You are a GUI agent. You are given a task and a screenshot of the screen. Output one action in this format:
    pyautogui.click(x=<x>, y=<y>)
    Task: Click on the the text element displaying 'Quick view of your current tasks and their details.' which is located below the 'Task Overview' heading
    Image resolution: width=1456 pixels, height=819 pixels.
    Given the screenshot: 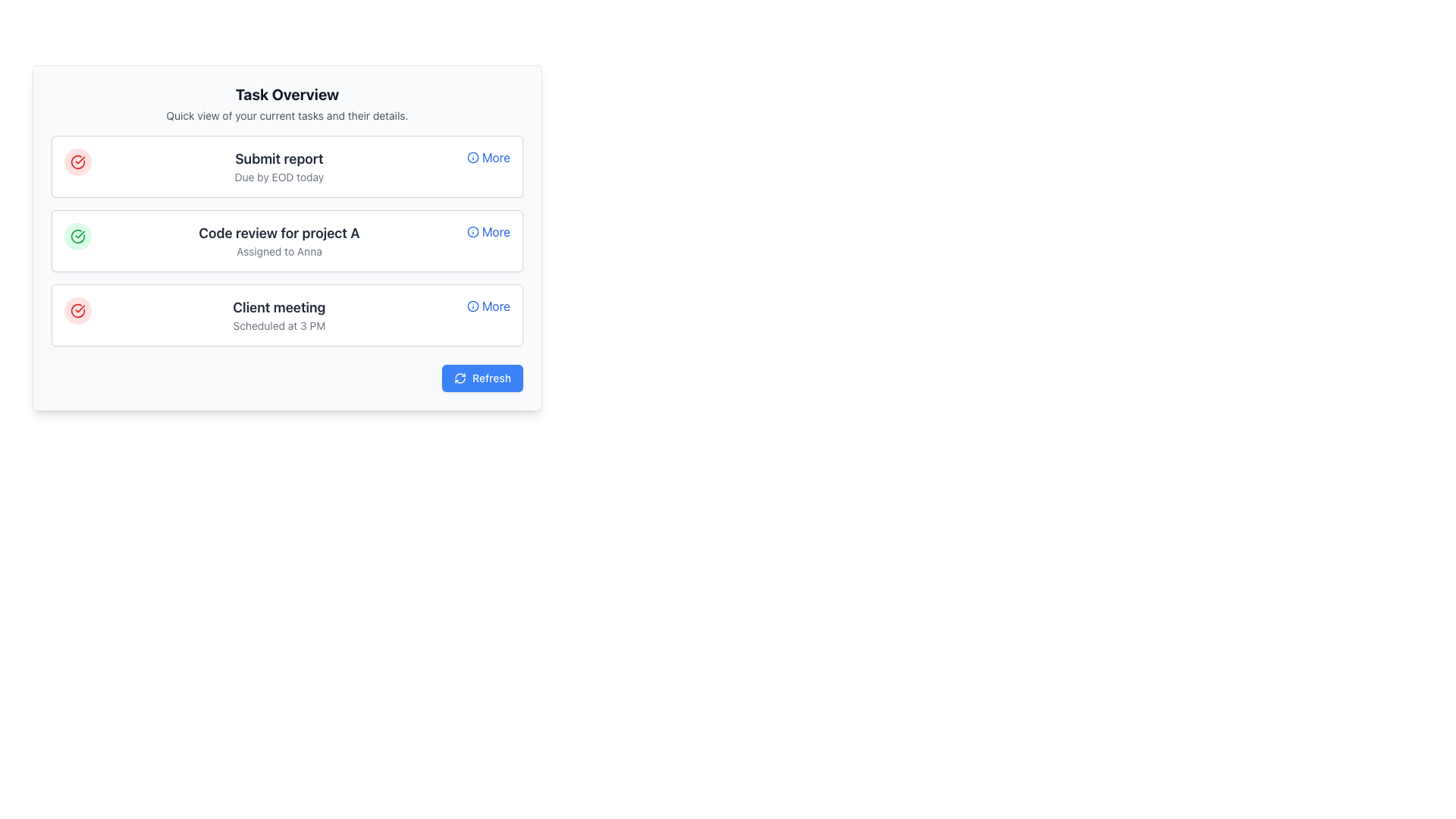 What is the action you would take?
    pyautogui.click(x=287, y=115)
    